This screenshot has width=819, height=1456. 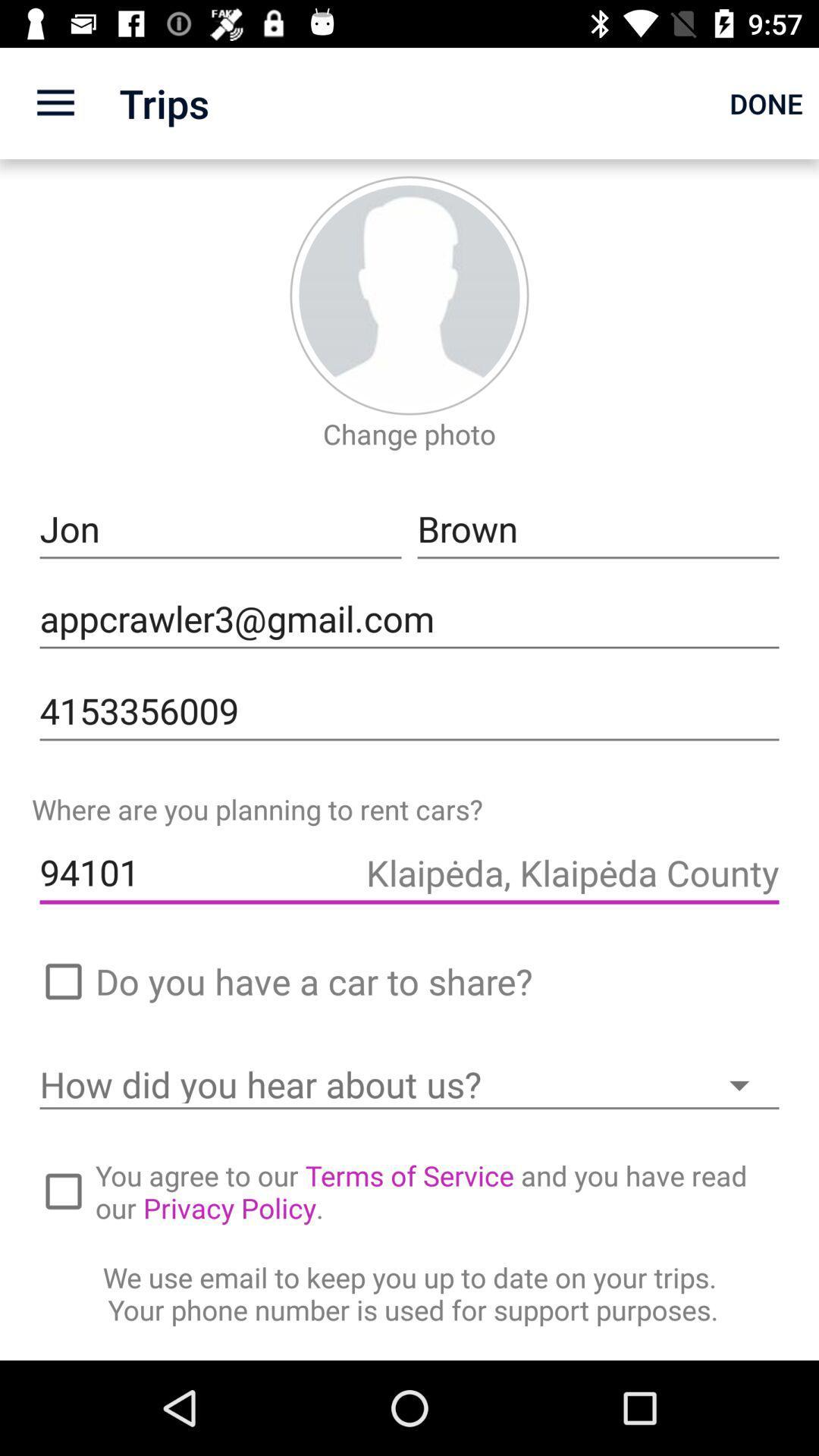 What do you see at coordinates (598, 529) in the screenshot?
I see `the brown` at bounding box center [598, 529].